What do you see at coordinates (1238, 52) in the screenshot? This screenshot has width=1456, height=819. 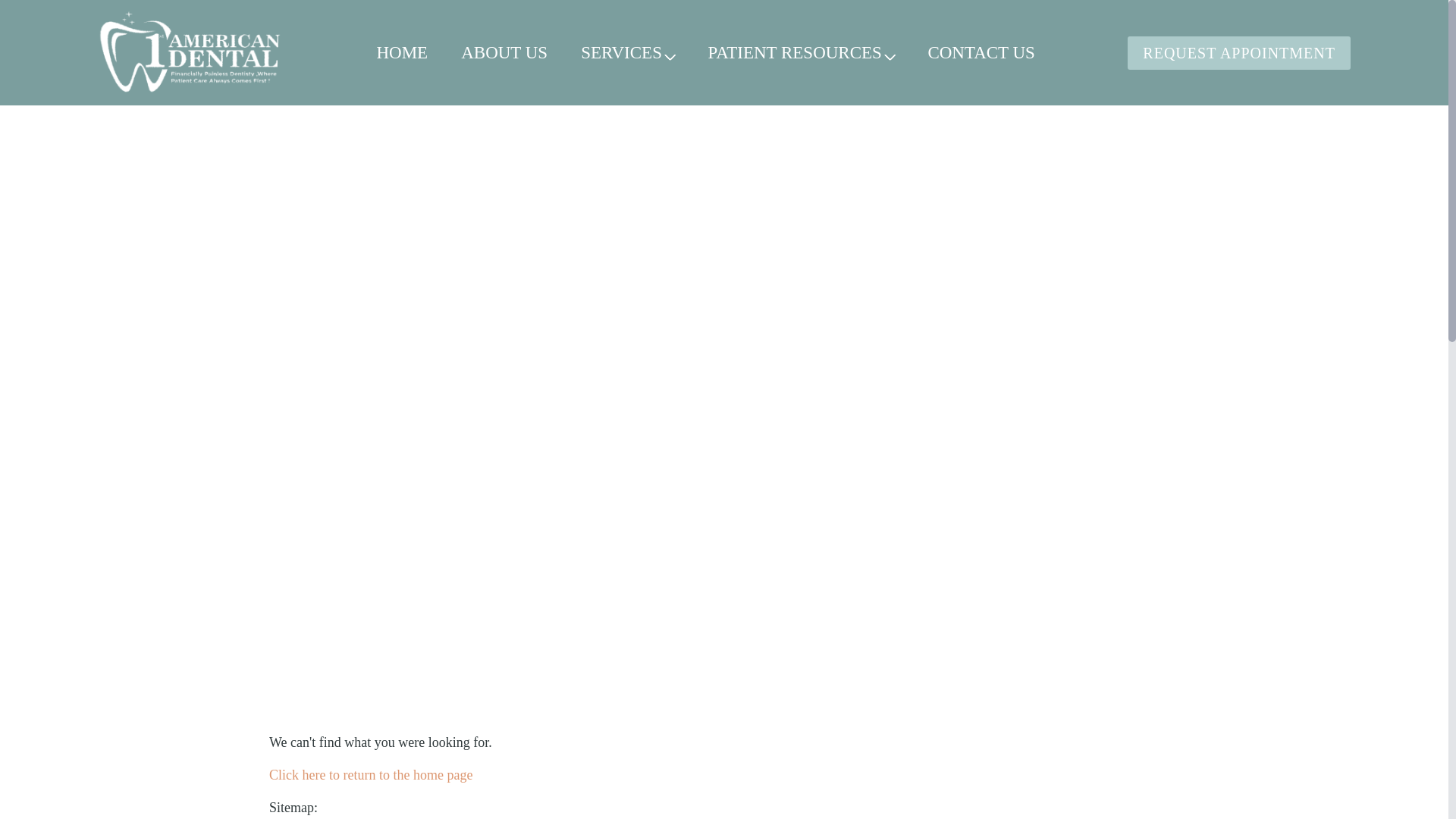 I see `'REQUEST APPOINTMENT'` at bounding box center [1238, 52].